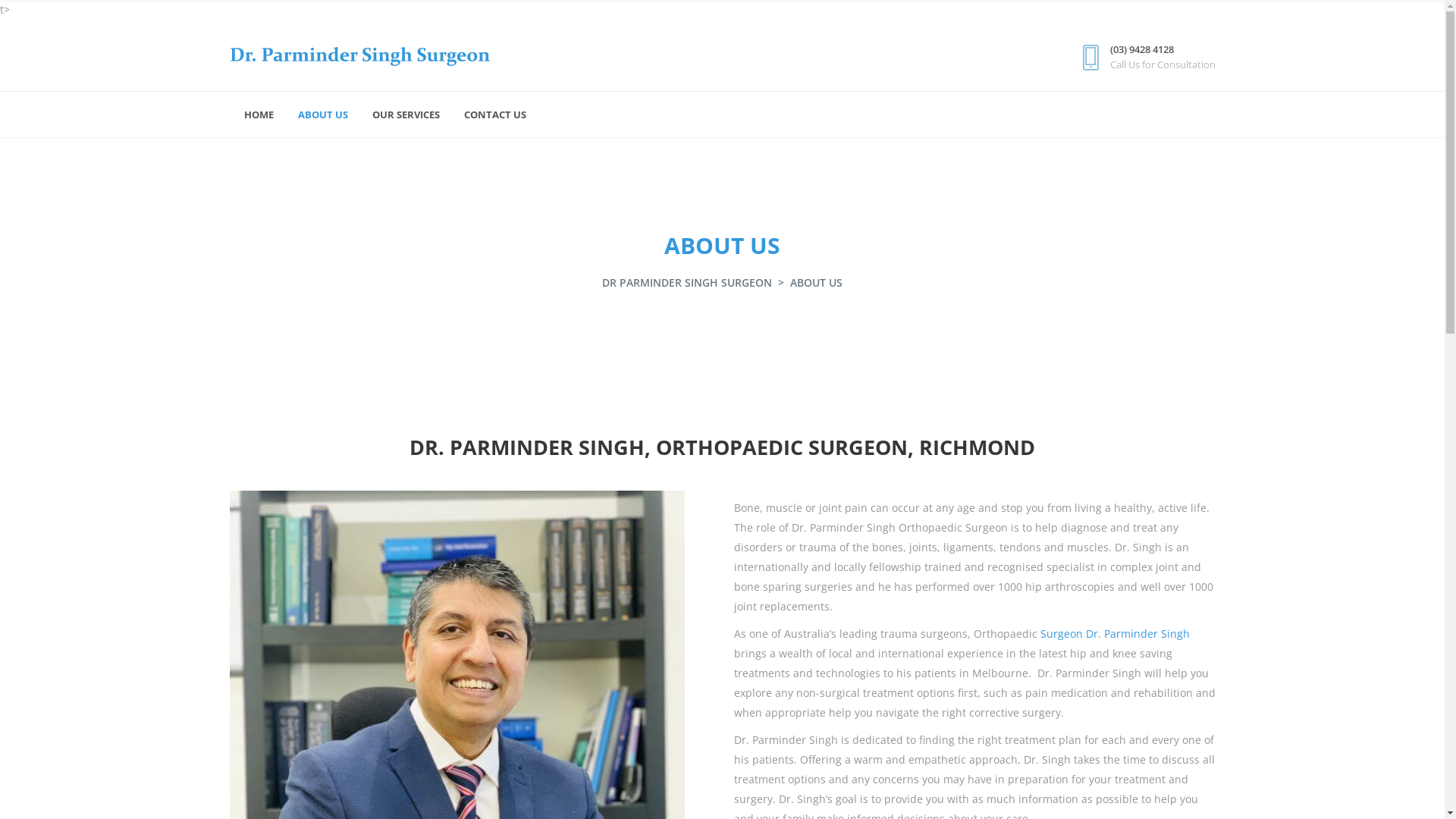  What do you see at coordinates (284, 113) in the screenshot?
I see `'ABOUT US'` at bounding box center [284, 113].